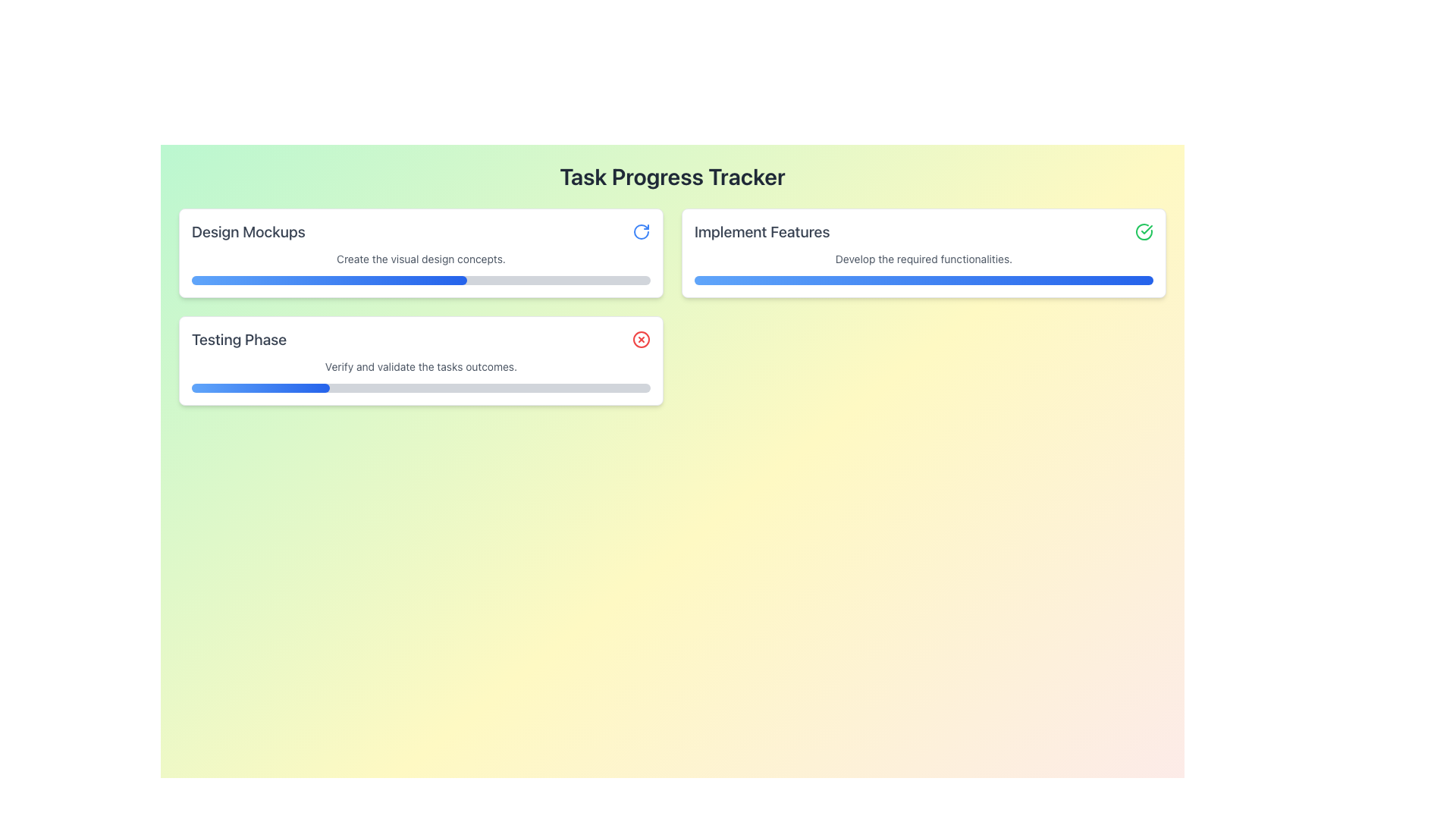 Image resolution: width=1456 pixels, height=819 pixels. Describe the element at coordinates (421, 281) in the screenshot. I see `the Progress Bar located in the 'Design Mockups' section, below the text 'Create the visual design concepts.', to indirectly influence related task actions` at that location.